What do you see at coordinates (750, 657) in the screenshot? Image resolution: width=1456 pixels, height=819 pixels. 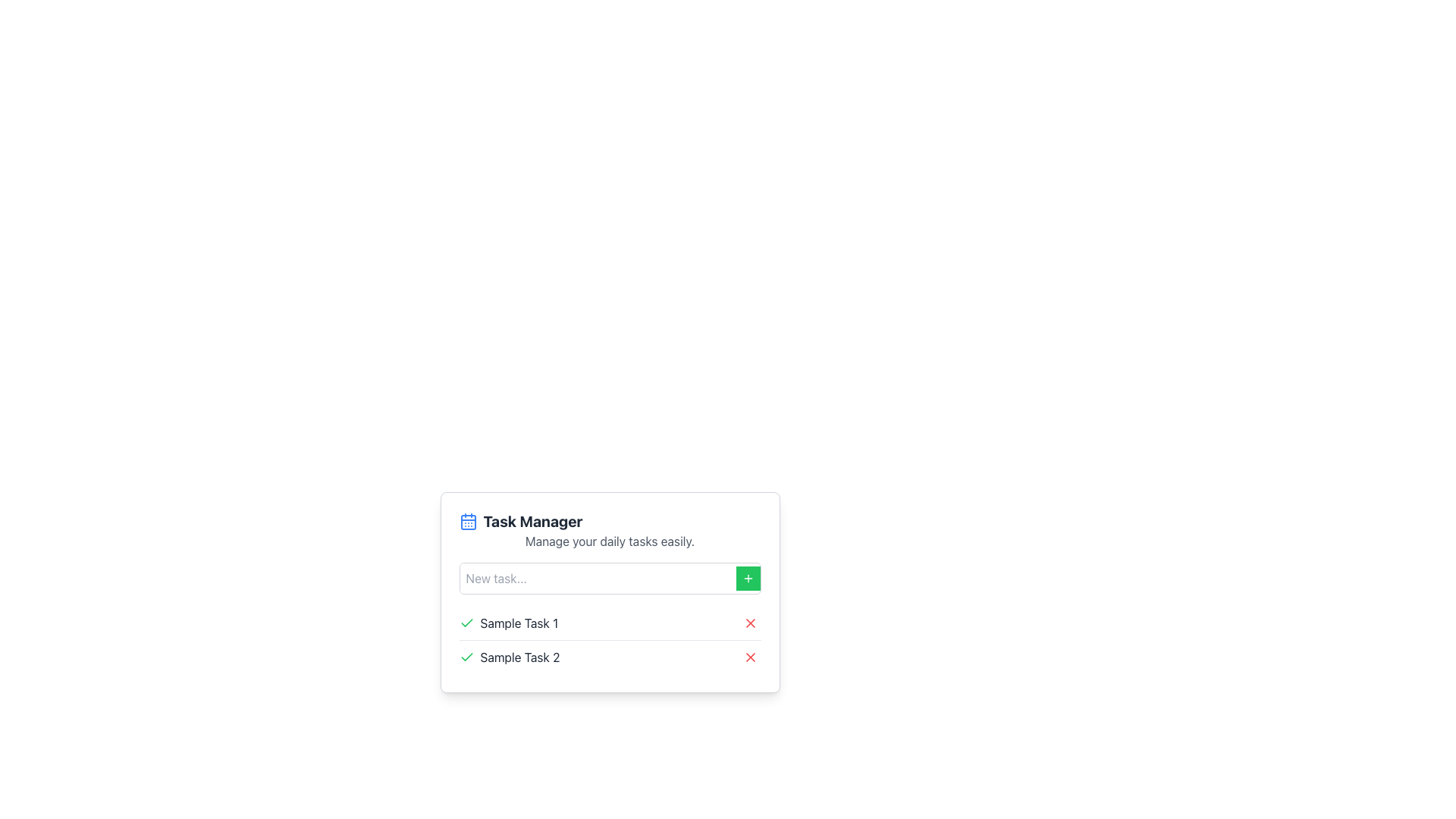 I see `the delete icon located at the far right of the row displaying the task 'Sample Task 2'` at bounding box center [750, 657].